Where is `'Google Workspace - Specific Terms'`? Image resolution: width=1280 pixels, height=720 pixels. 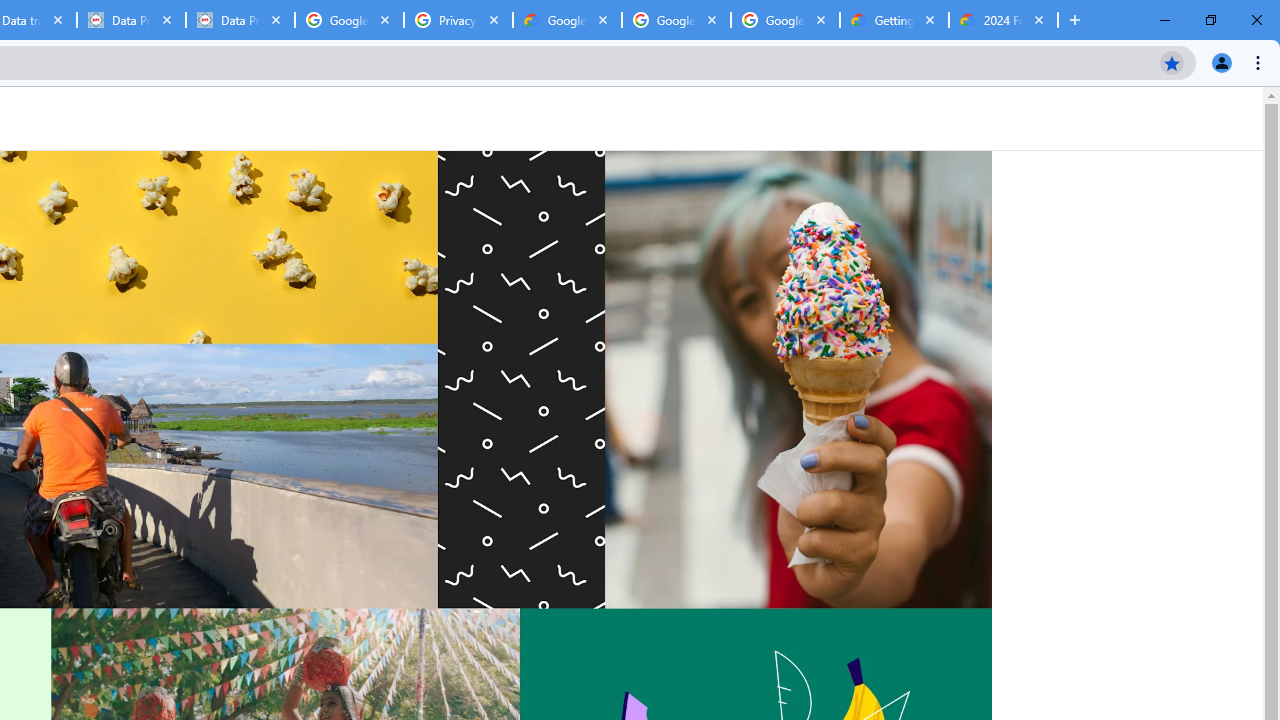 'Google Workspace - Specific Terms' is located at coordinates (676, 20).